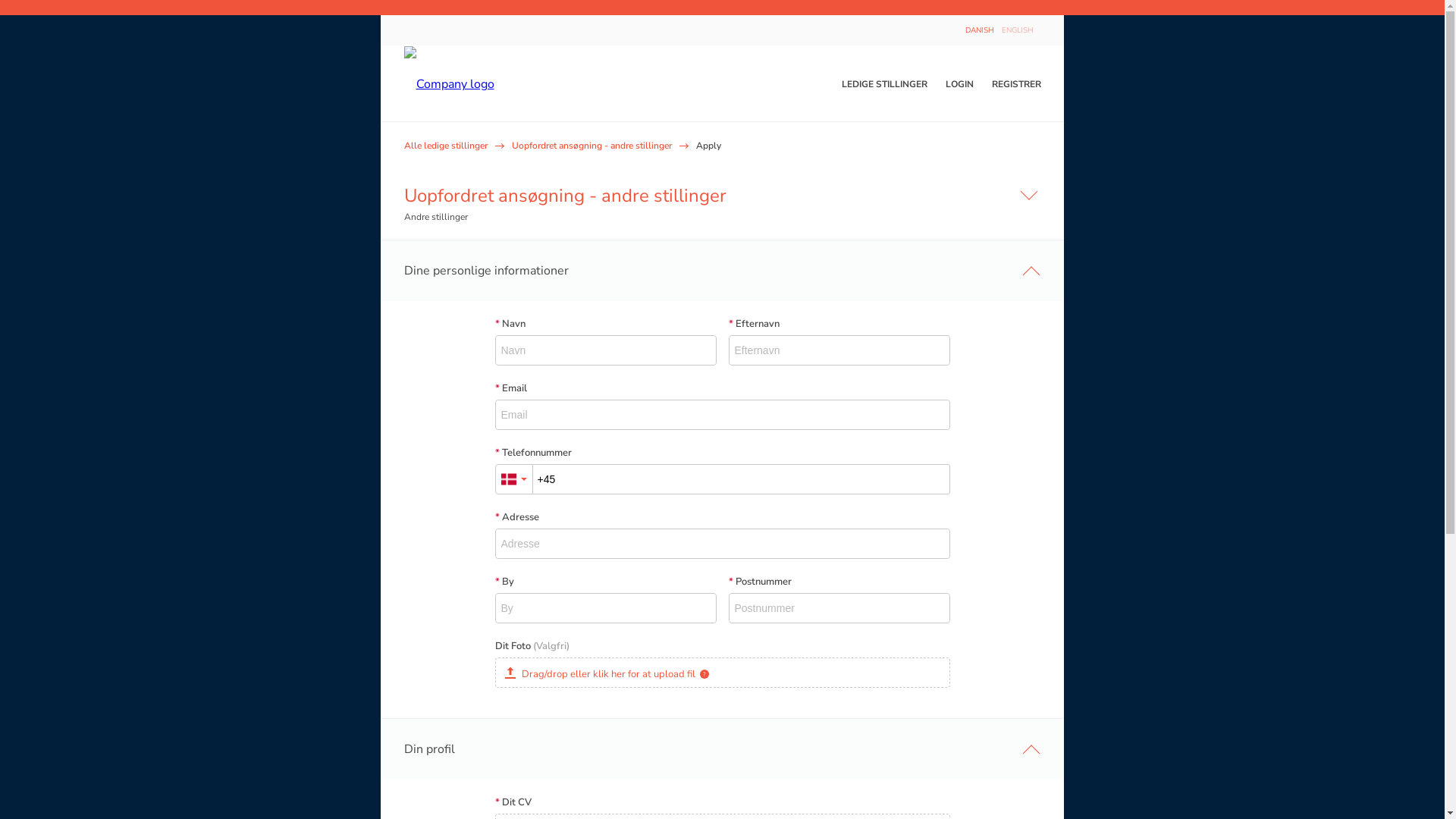 Image resolution: width=1456 pixels, height=819 pixels. Describe the element at coordinates (403, 146) in the screenshot. I see `'Alle ledige stillinger'` at that location.